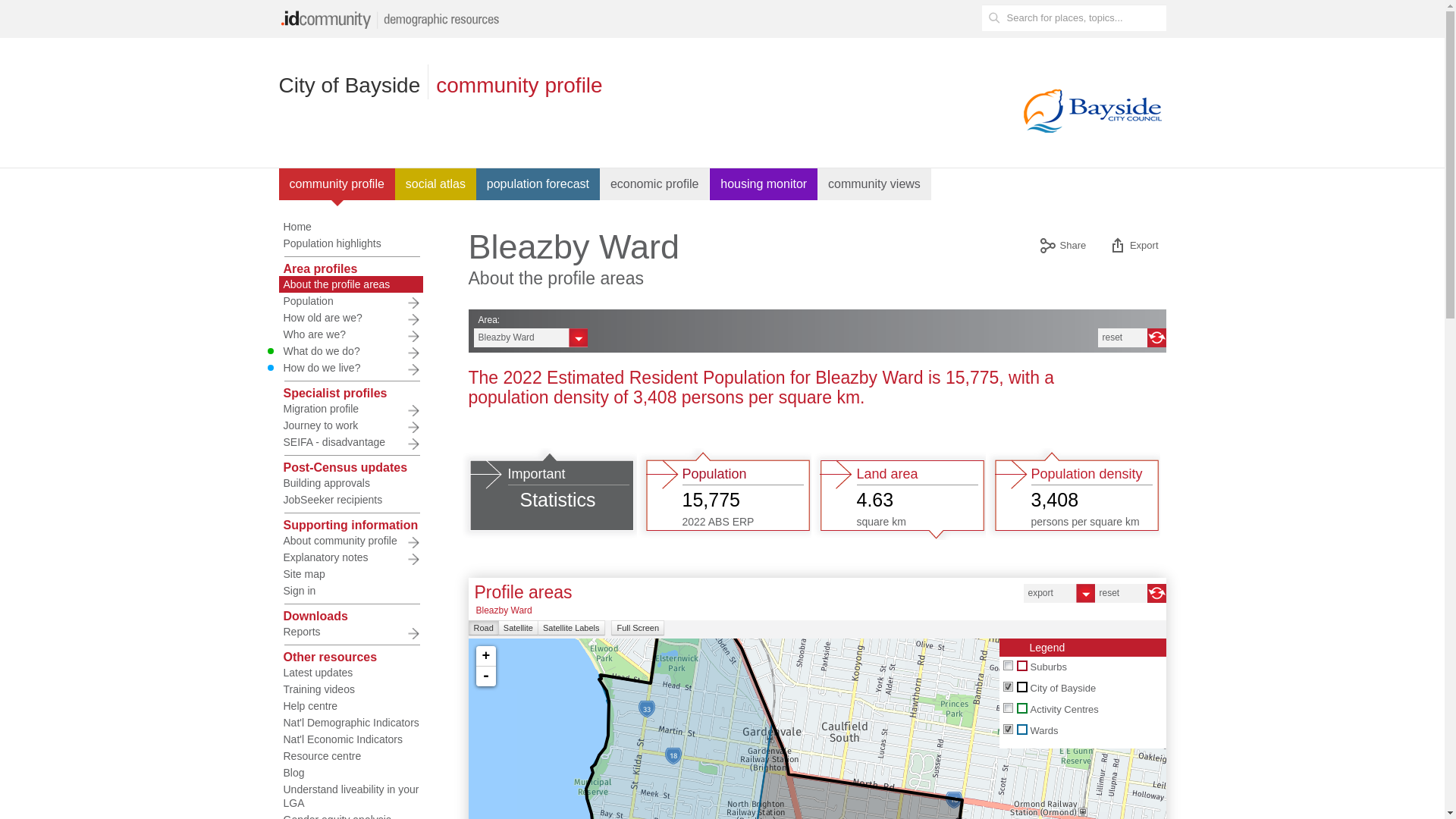 This screenshot has width=1456, height=819. What do you see at coordinates (350, 500) in the screenshot?
I see `'JobSeeker recipients'` at bounding box center [350, 500].